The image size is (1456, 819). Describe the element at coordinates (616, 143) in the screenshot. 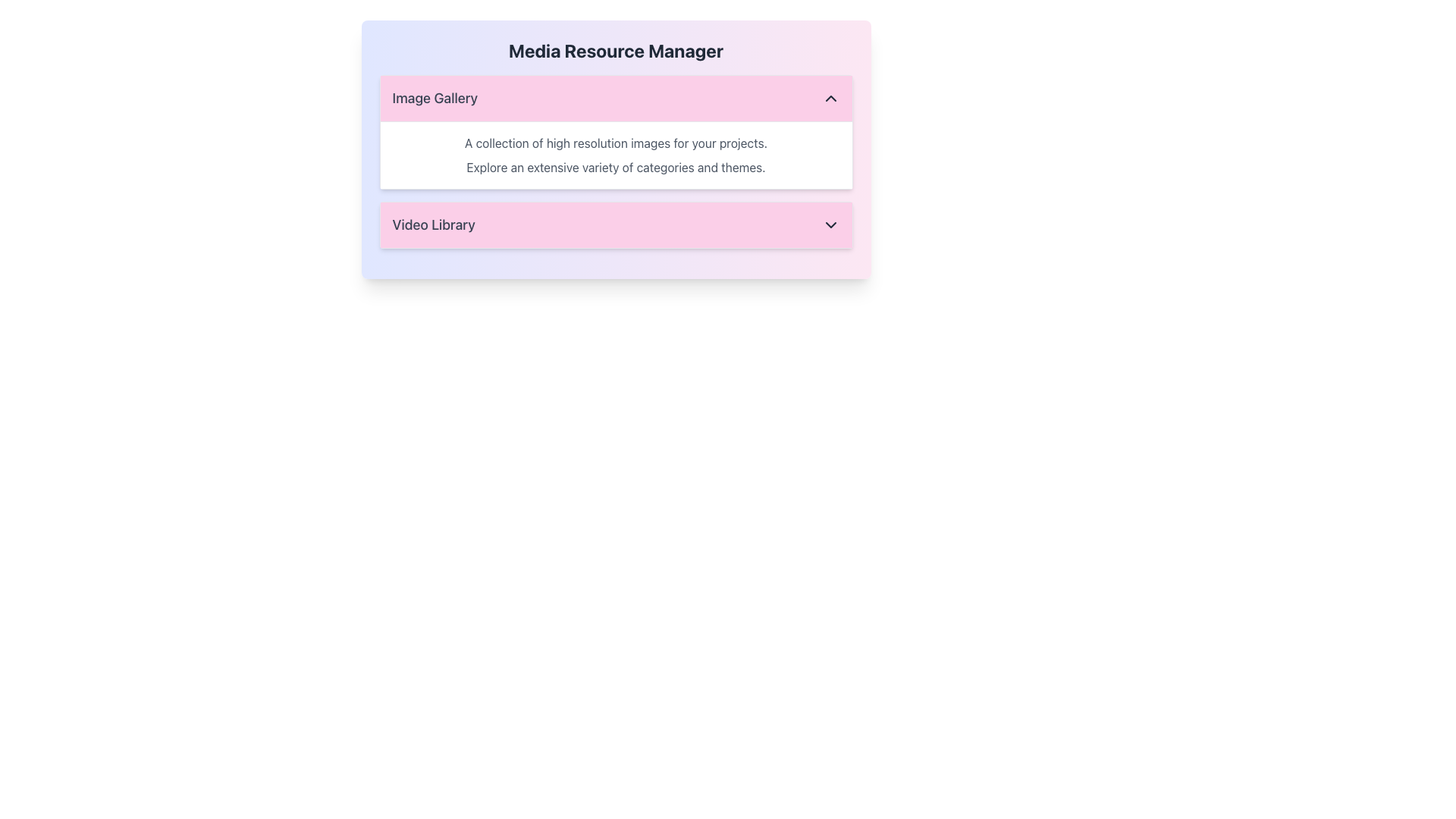

I see `the static text displaying 'A collection of high resolution images for your projects.' located in the 'Image Gallery' section, positioned directly above the text line 'Explore an extensive variety of categories and themes.'` at that location.